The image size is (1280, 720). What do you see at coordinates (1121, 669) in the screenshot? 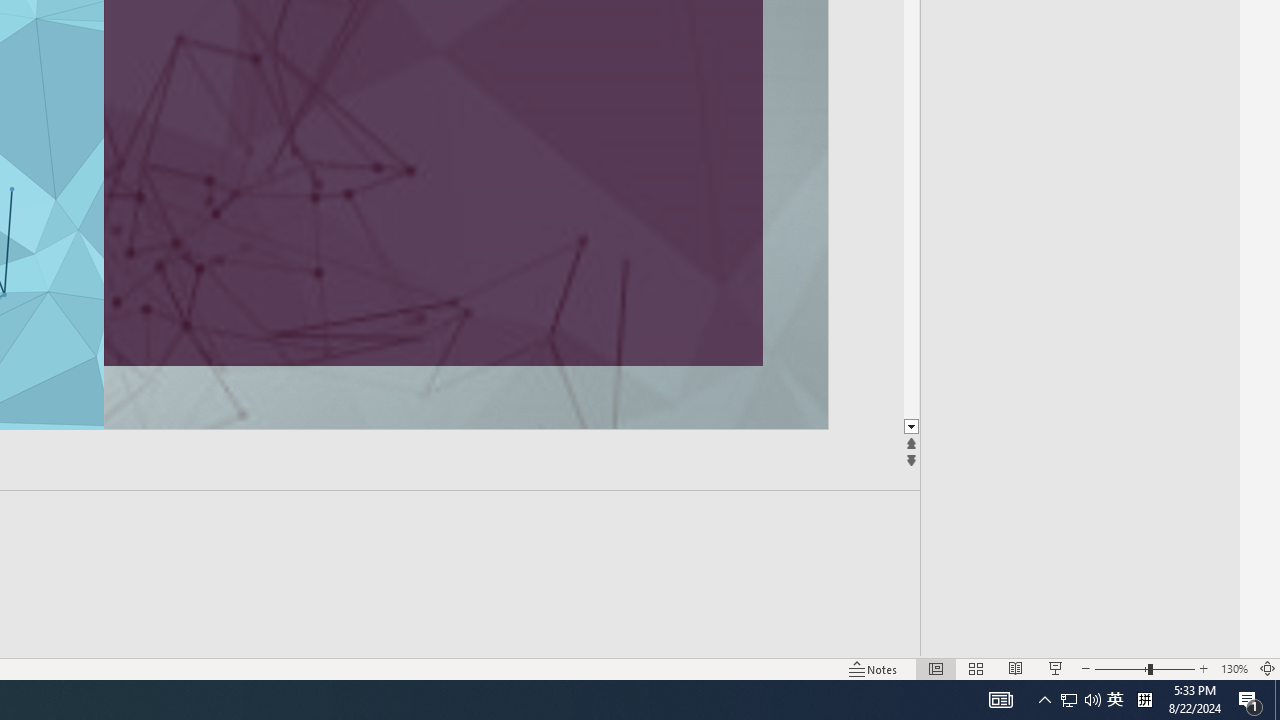
I see `'Zoom Out'` at bounding box center [1121, 669].